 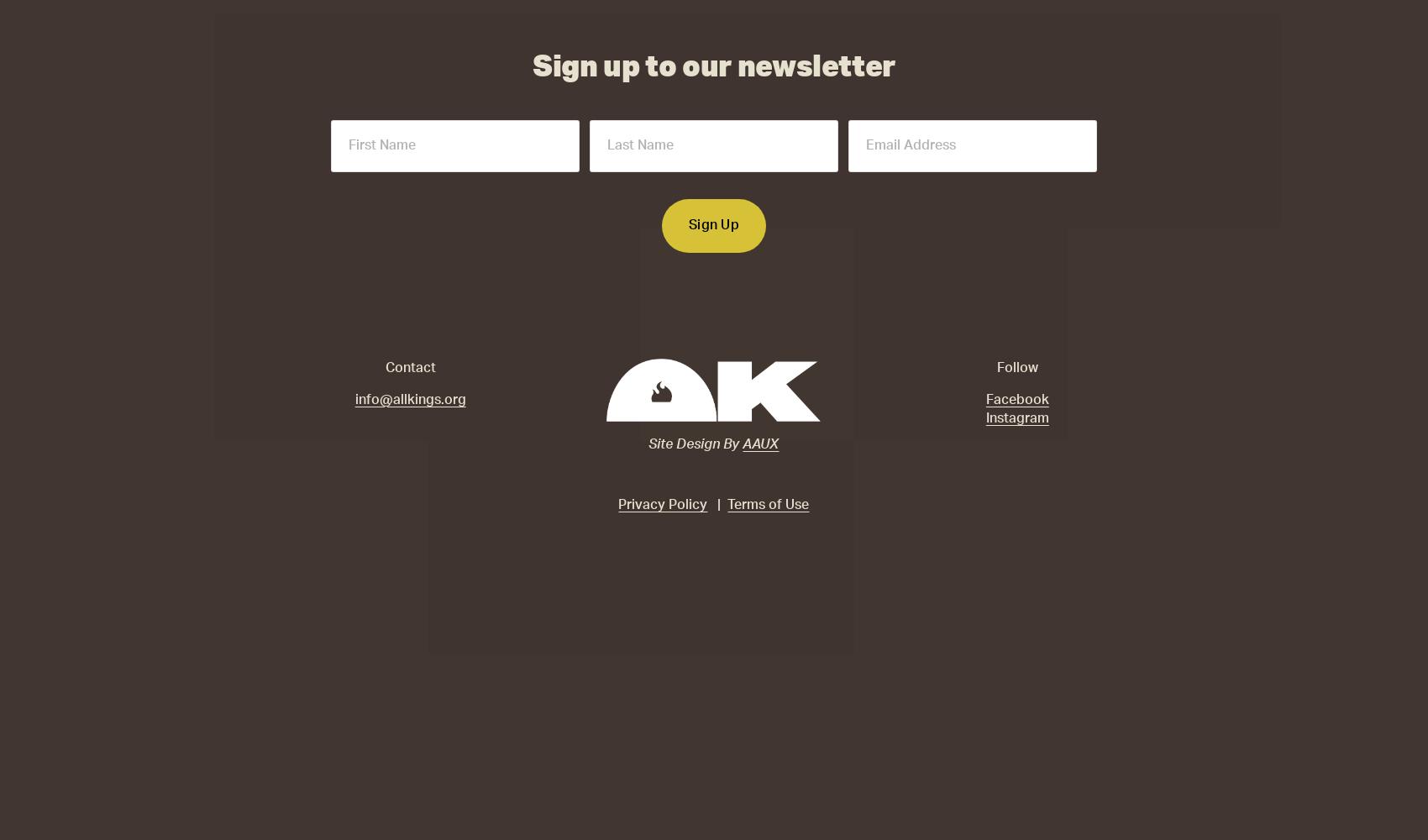 I want to click on 'Instagram', so click(x=1016, y=417).